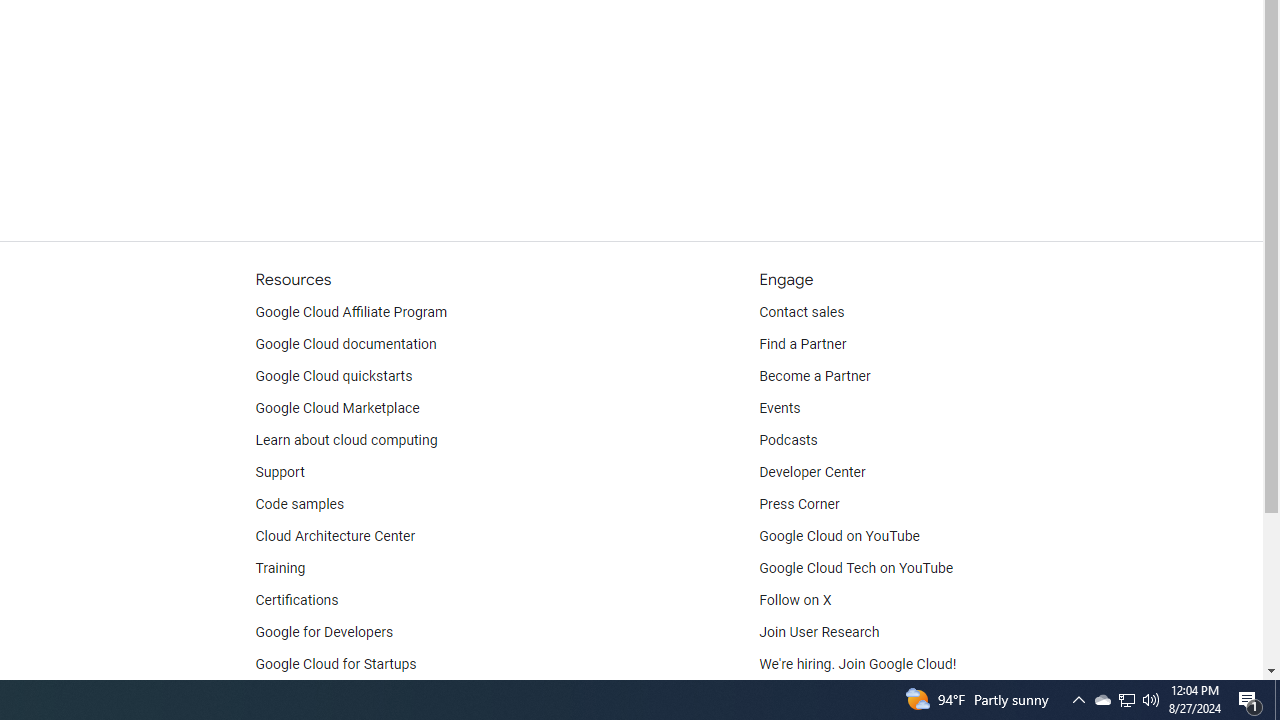  I want to click on 'Events', so click(779, 407).